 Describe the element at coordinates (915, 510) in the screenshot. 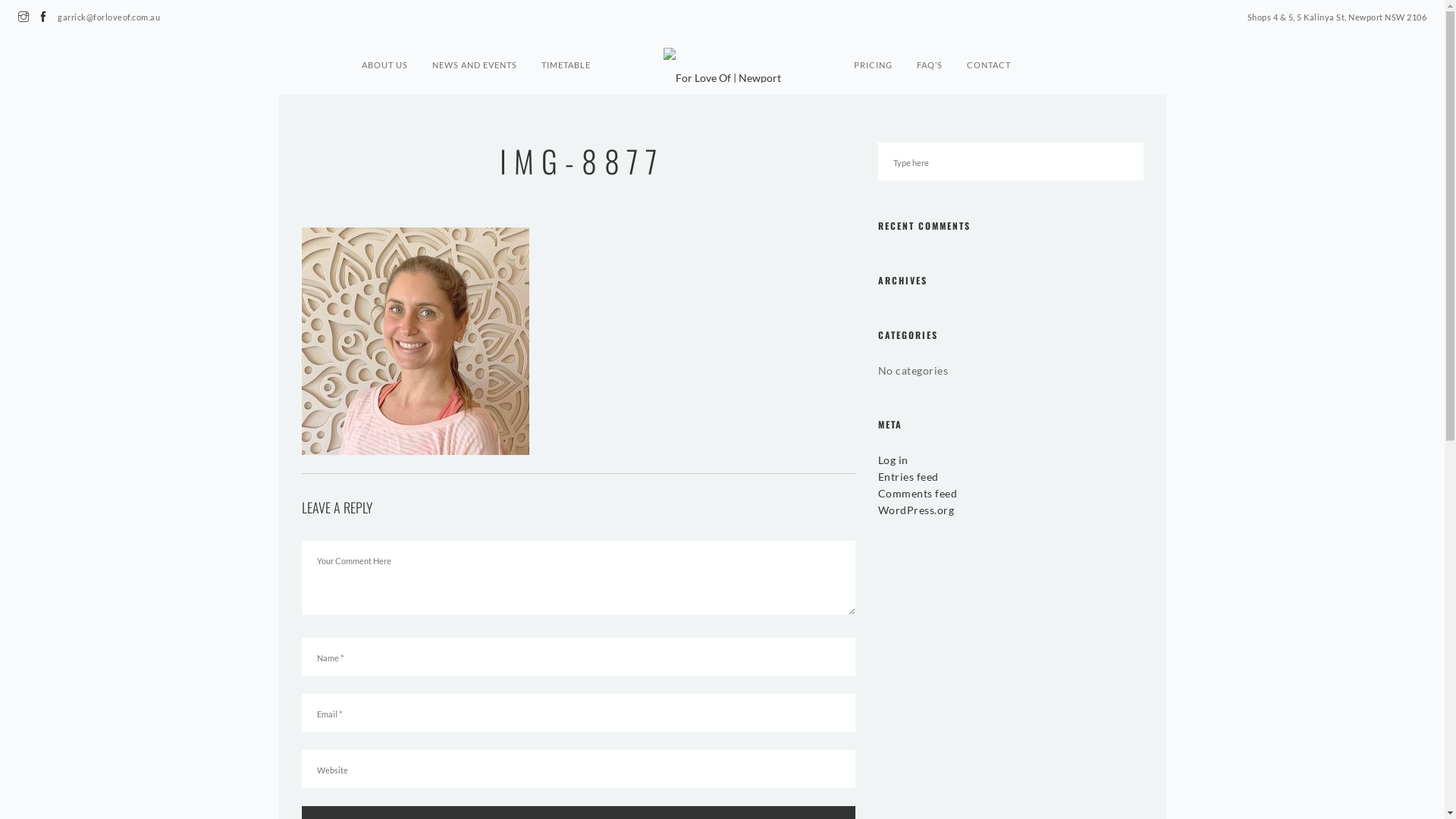

I see `'WordPress.org'` at that location.